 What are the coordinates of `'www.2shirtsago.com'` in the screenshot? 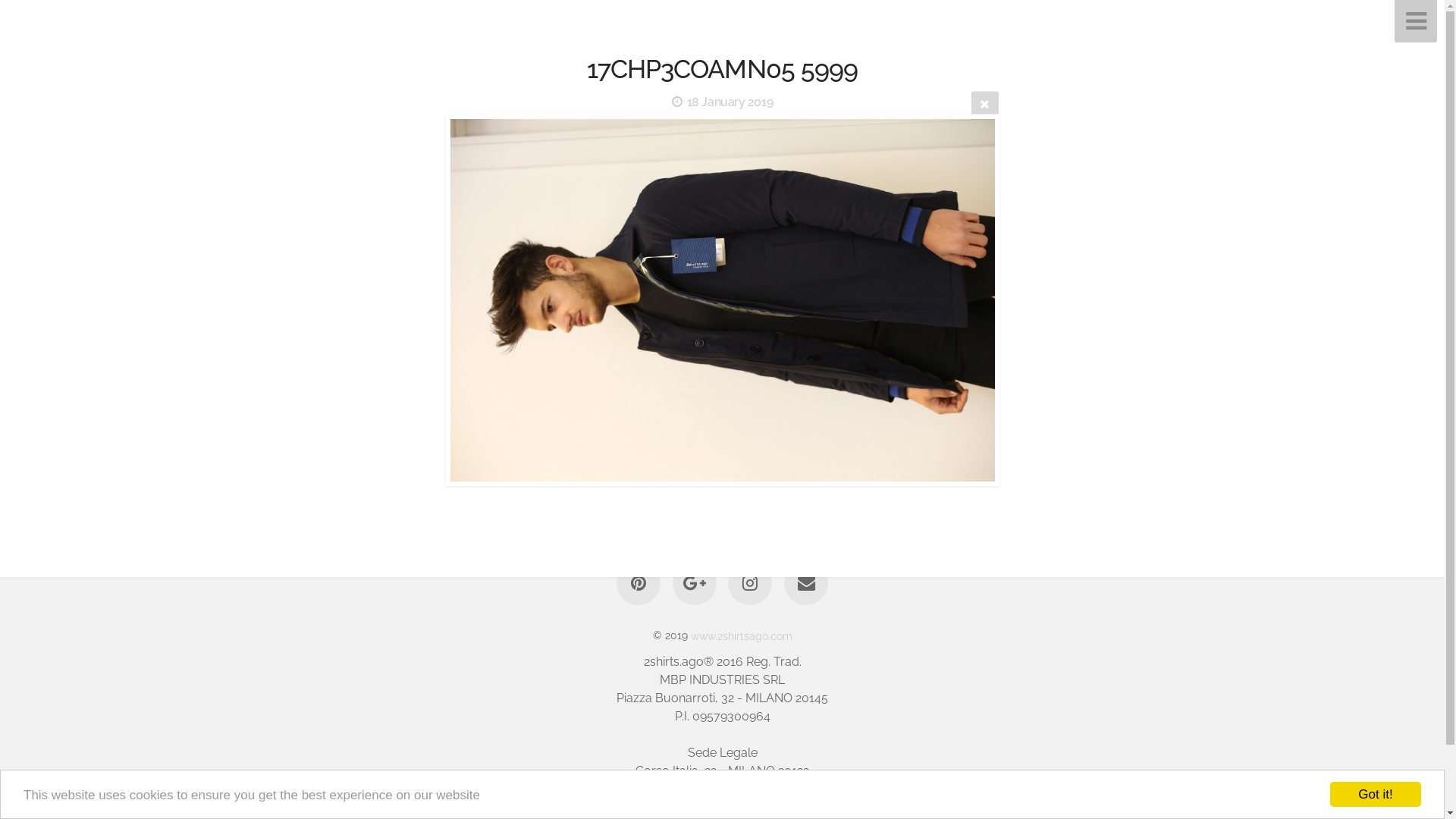 It's located at (741, 635).